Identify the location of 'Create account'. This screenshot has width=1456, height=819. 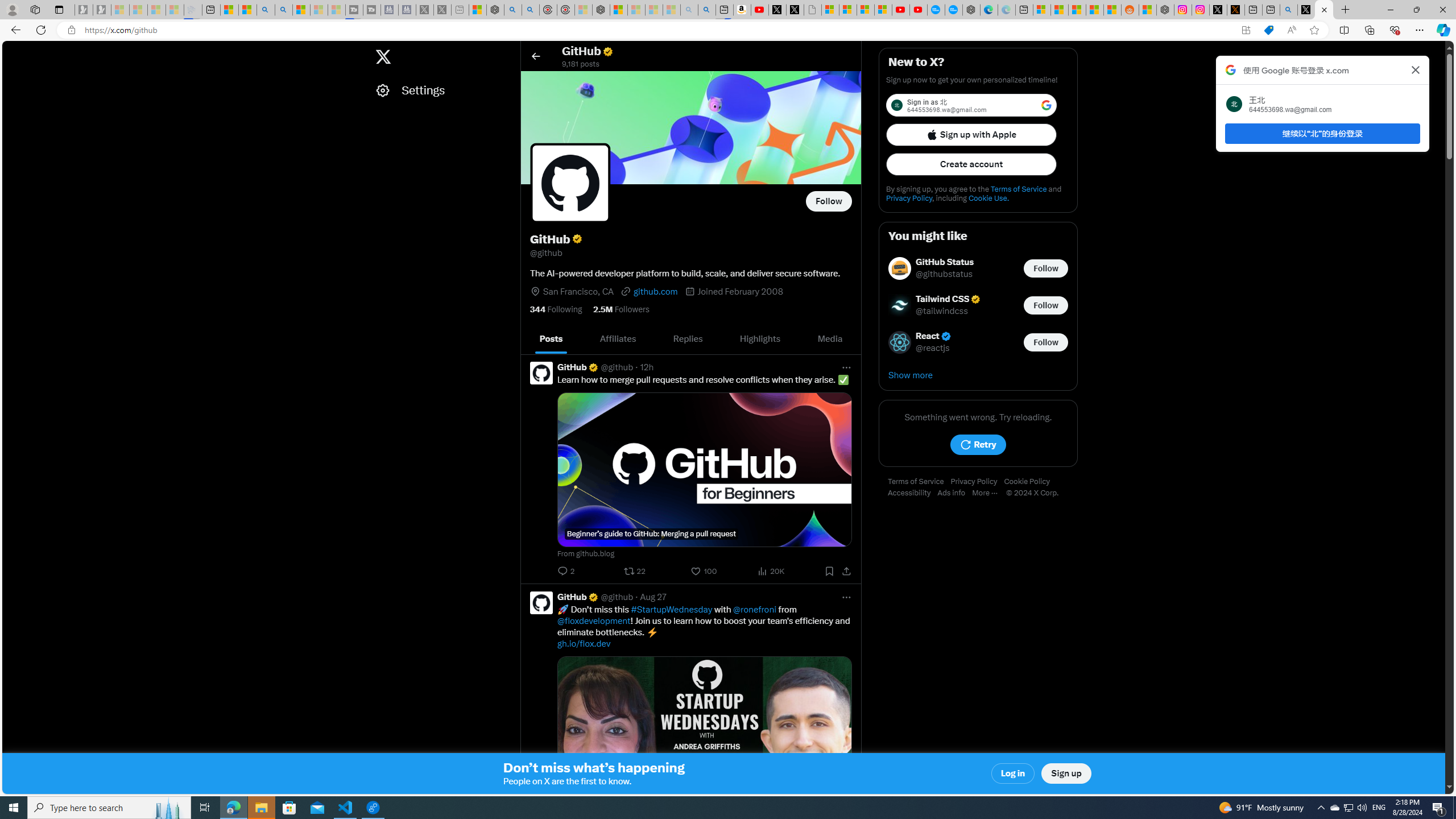
(971, 164).